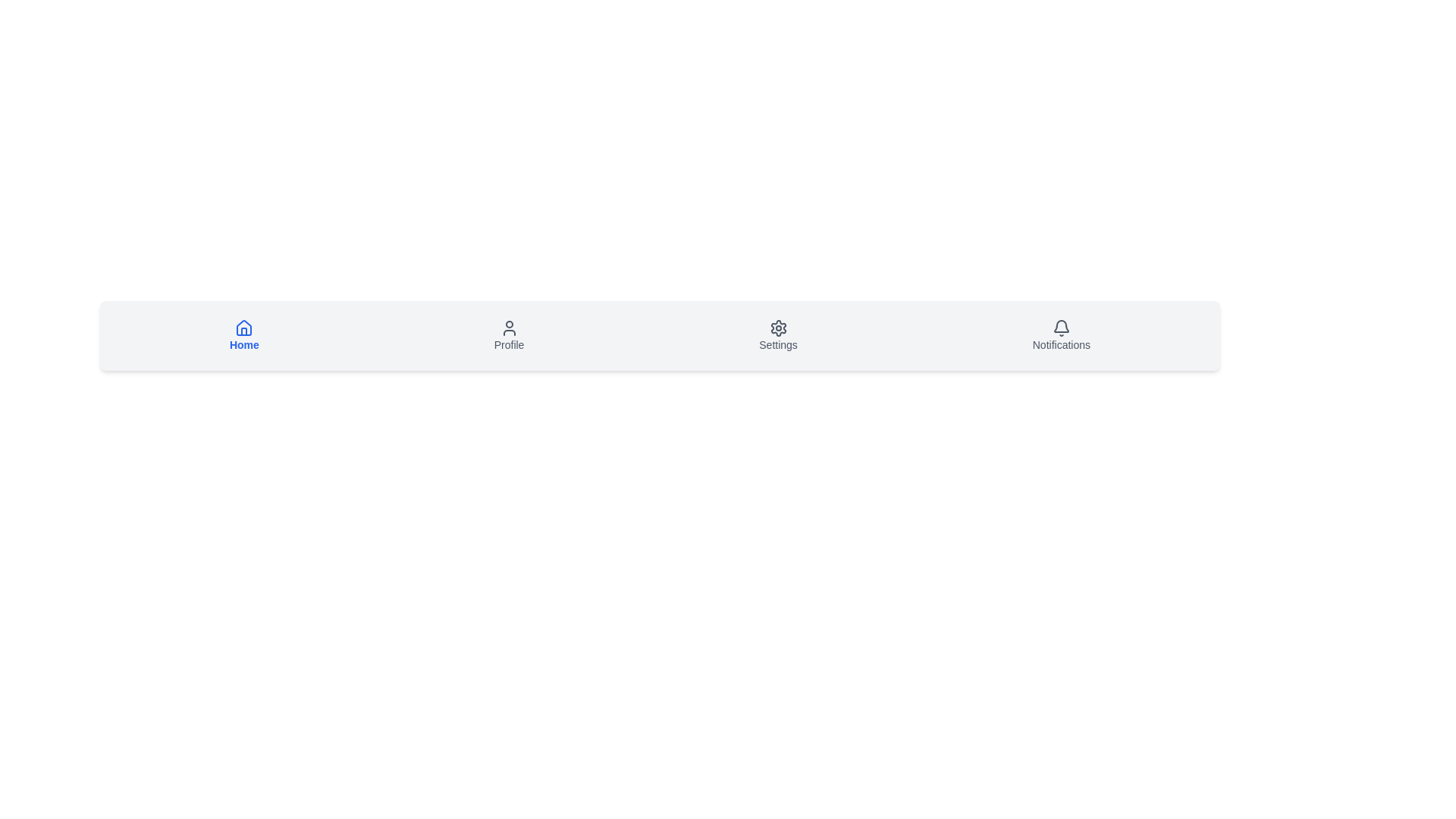 The height and width of the screenshot is (819, 1456). Describe the element at coordinates (244, 327) in the screenshot. I see `the Home icon located at the top-left corner of the navigation bar` at that location.